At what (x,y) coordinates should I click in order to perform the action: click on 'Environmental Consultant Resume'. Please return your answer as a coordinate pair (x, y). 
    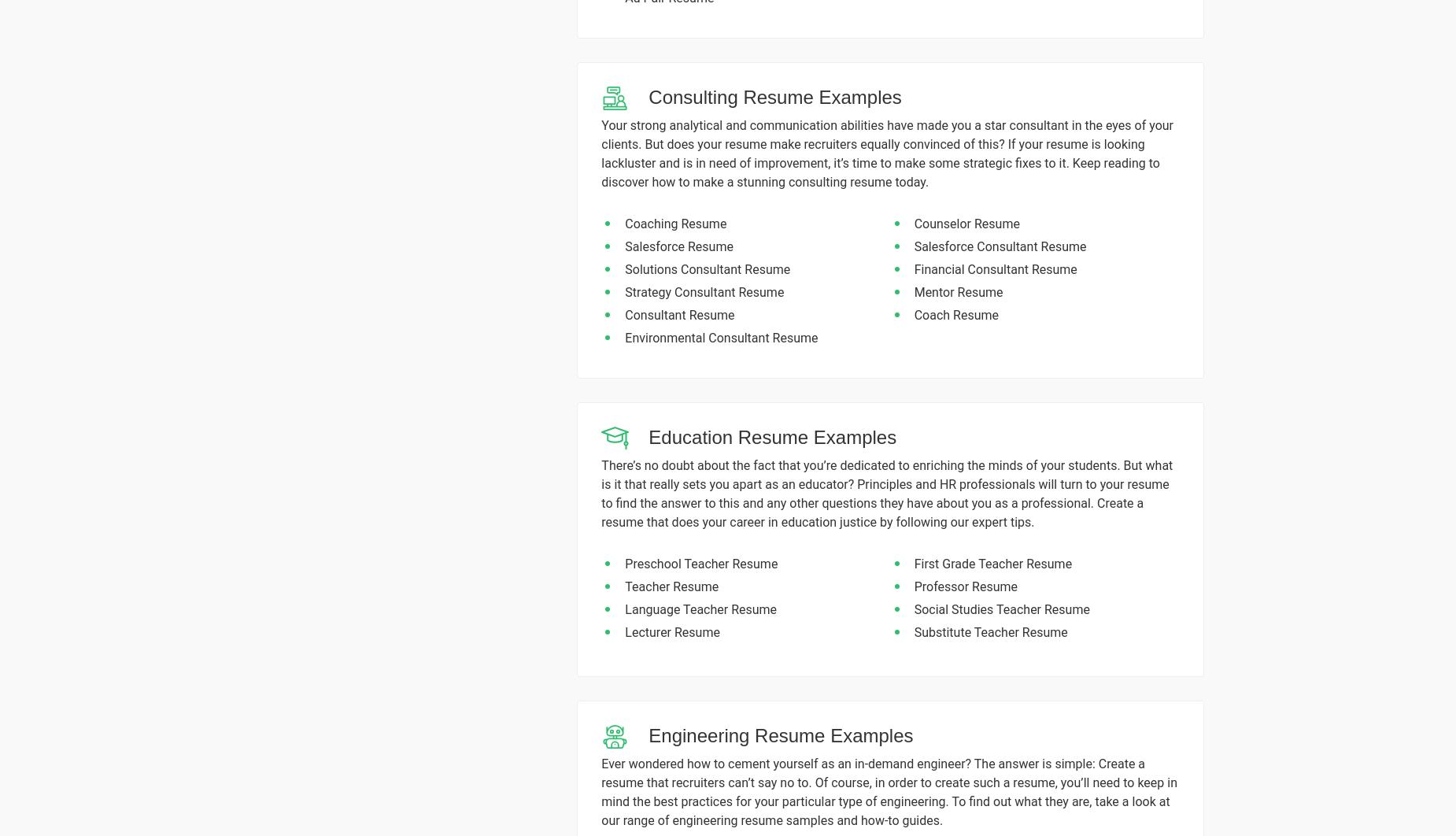
    Looking at the image, I should click on (721, 337).